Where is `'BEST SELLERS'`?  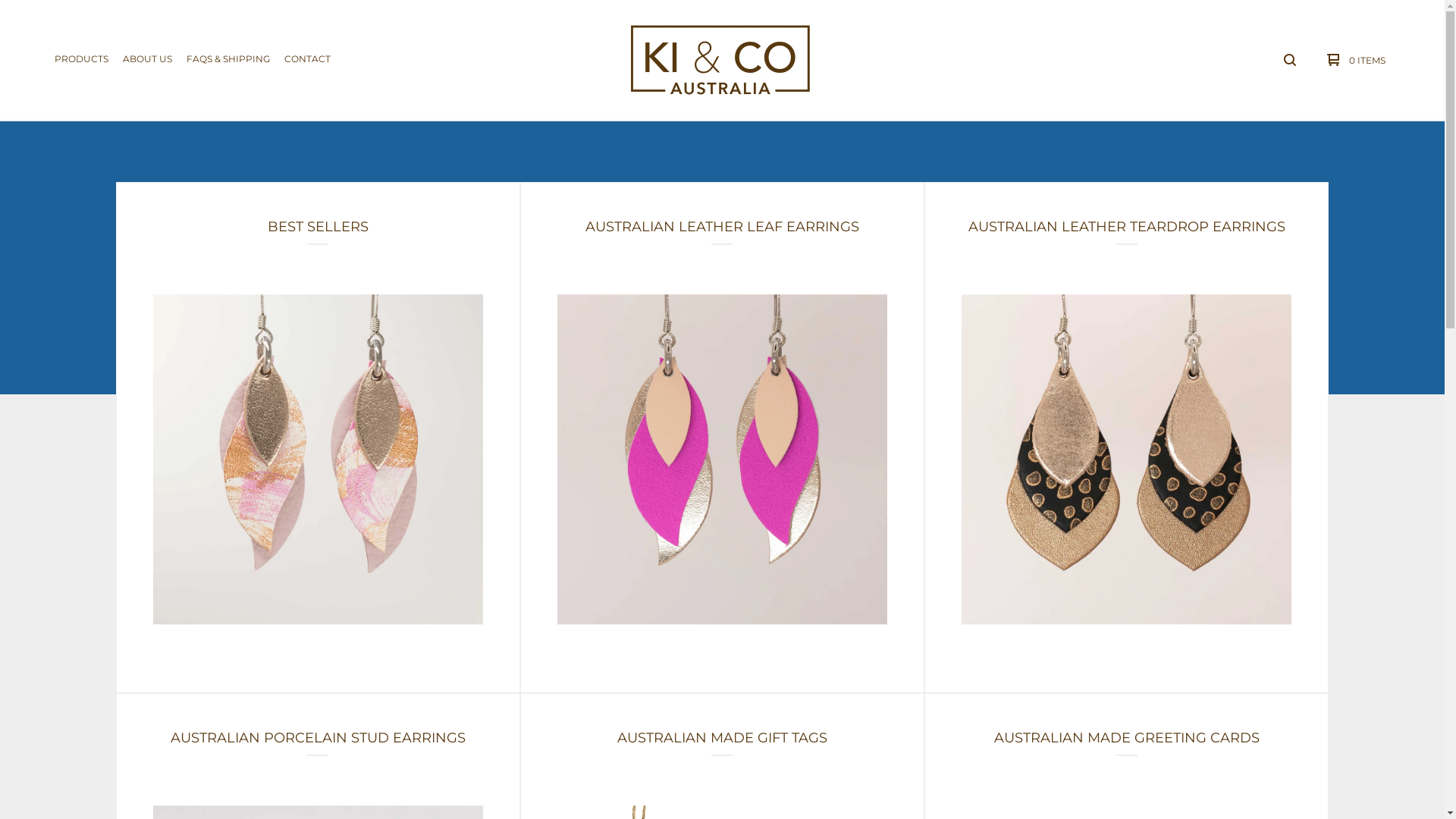 'BEST SELLERS' is located at coordinates (317, 438).